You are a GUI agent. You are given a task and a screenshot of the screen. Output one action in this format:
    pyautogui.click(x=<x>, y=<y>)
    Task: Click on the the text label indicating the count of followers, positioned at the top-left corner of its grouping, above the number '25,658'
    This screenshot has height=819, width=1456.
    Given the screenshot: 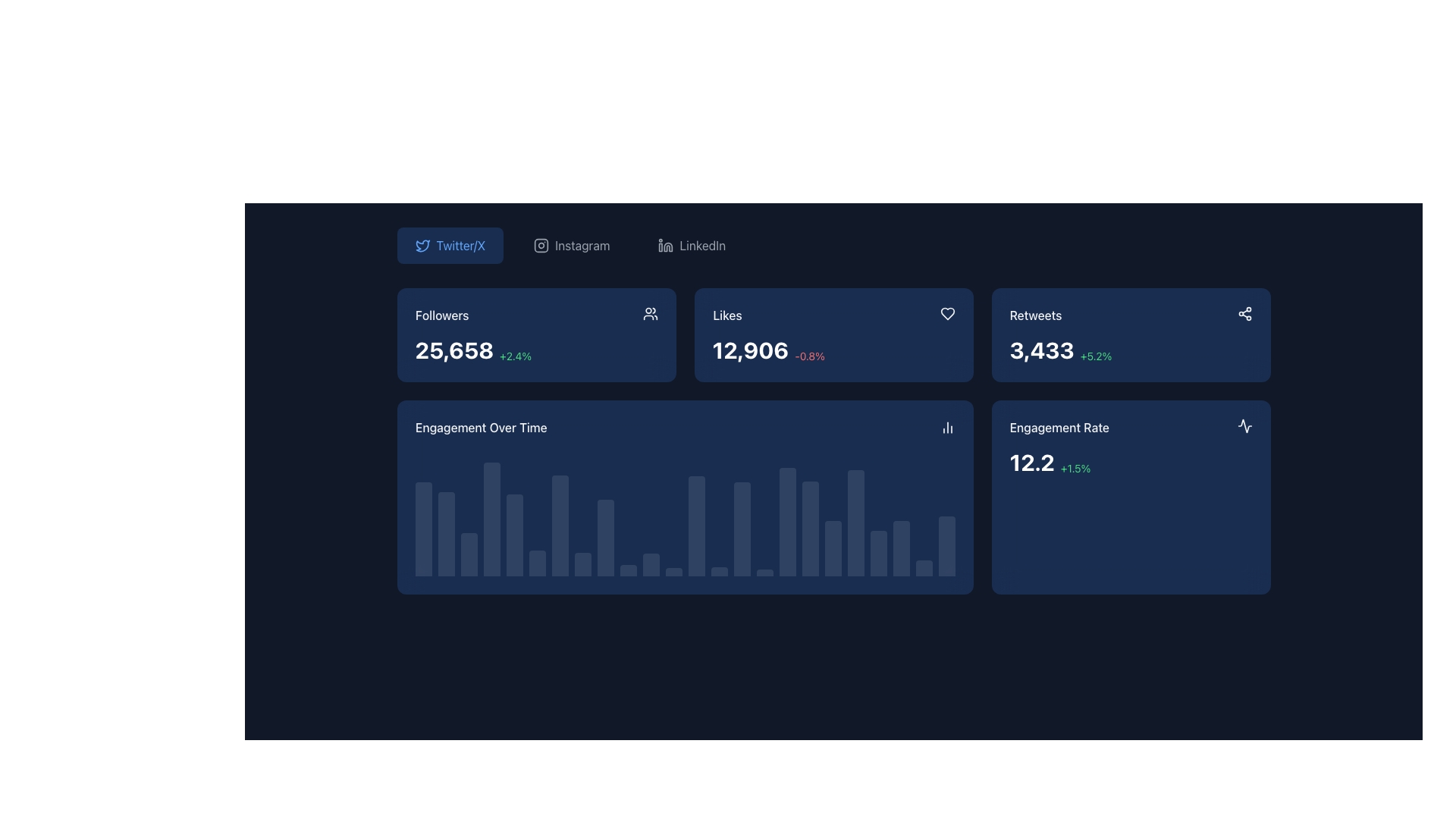 What is the action you would take?
    pyautogui.click(x=441, y=315)
    